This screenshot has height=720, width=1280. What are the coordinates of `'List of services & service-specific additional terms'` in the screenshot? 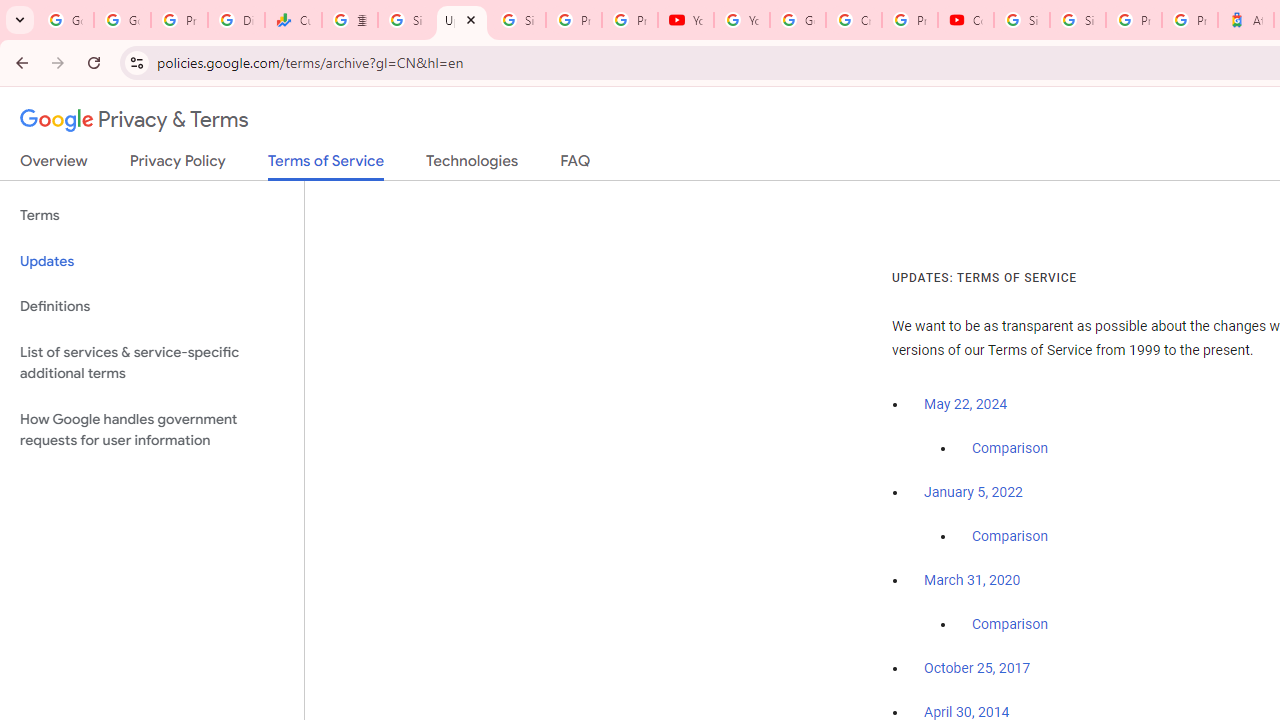 It's located at (151, 362).